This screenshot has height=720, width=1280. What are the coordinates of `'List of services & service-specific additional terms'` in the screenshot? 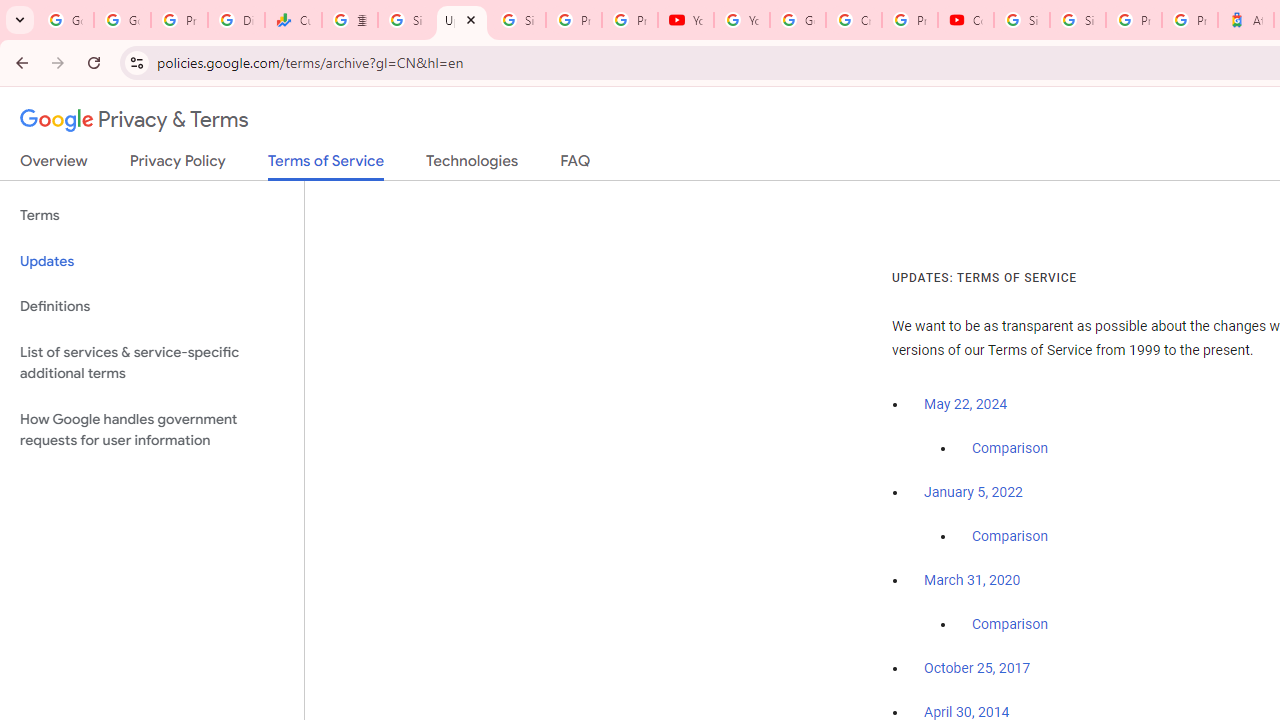 It's located at (151, 362).